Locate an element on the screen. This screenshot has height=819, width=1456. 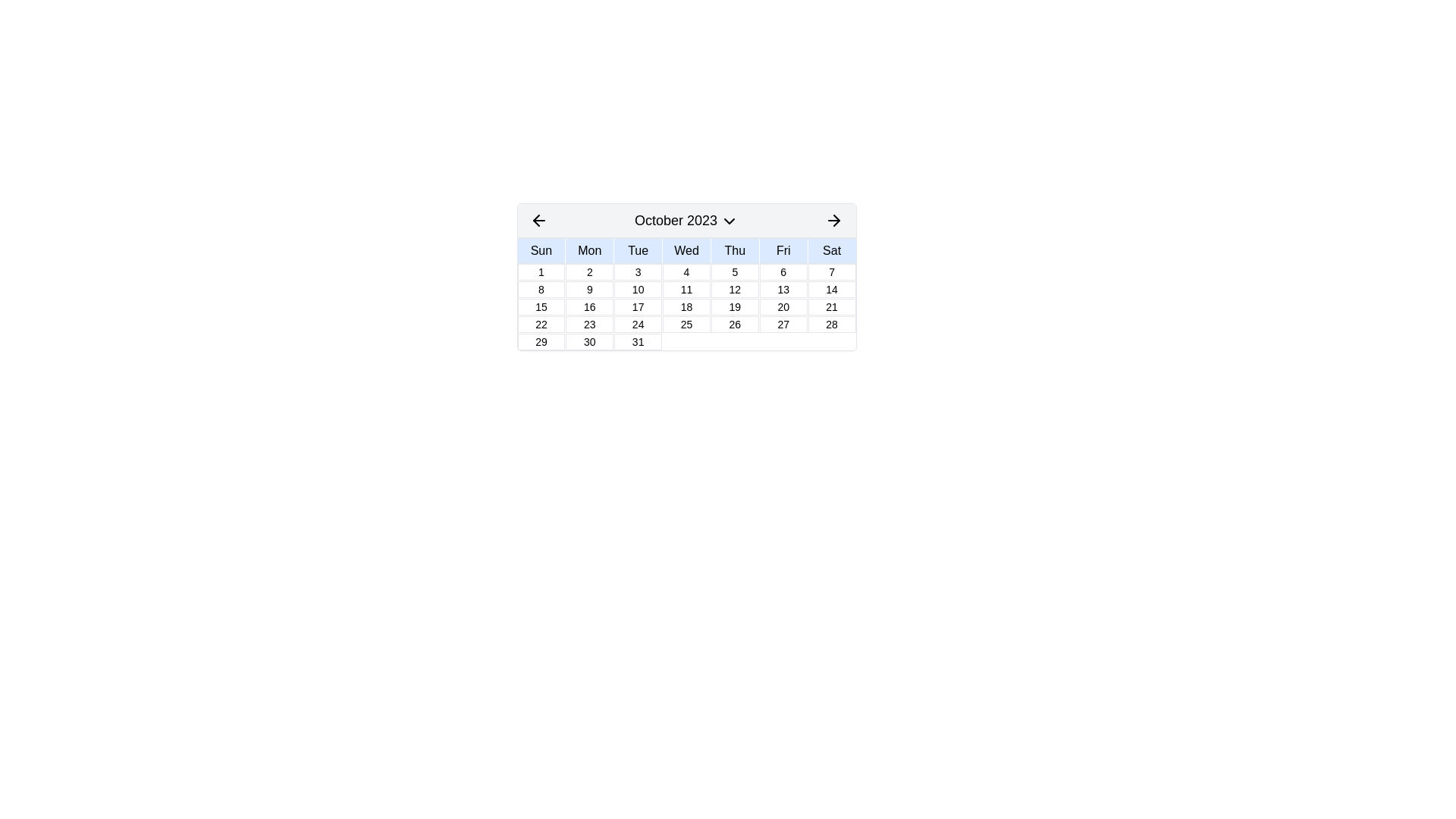
the fourth day cell in the calendar grid is located at coordinates (686, 271).